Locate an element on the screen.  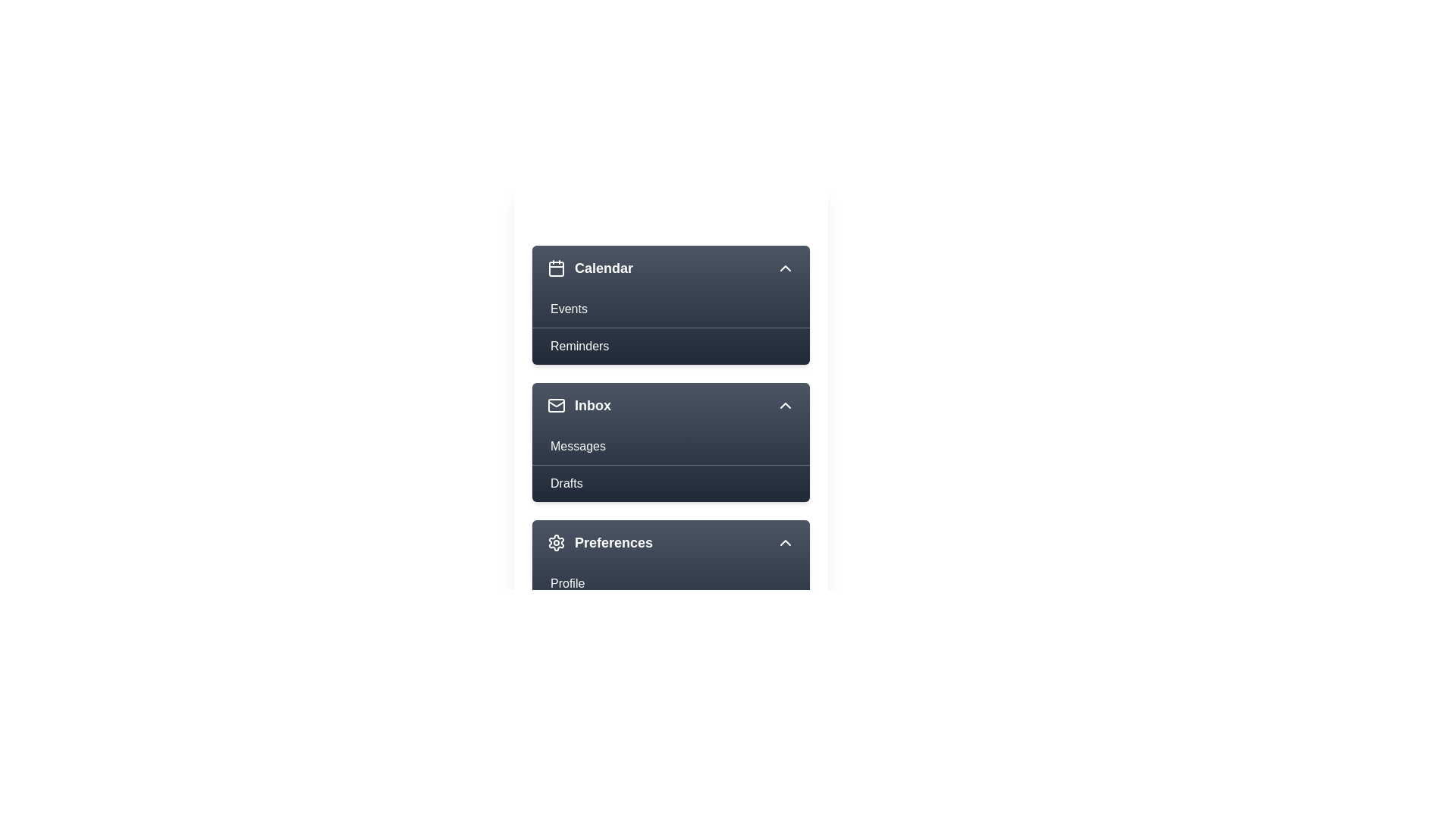
the menu item Calendar to view its hover effect is located at coordinates (670, 268).